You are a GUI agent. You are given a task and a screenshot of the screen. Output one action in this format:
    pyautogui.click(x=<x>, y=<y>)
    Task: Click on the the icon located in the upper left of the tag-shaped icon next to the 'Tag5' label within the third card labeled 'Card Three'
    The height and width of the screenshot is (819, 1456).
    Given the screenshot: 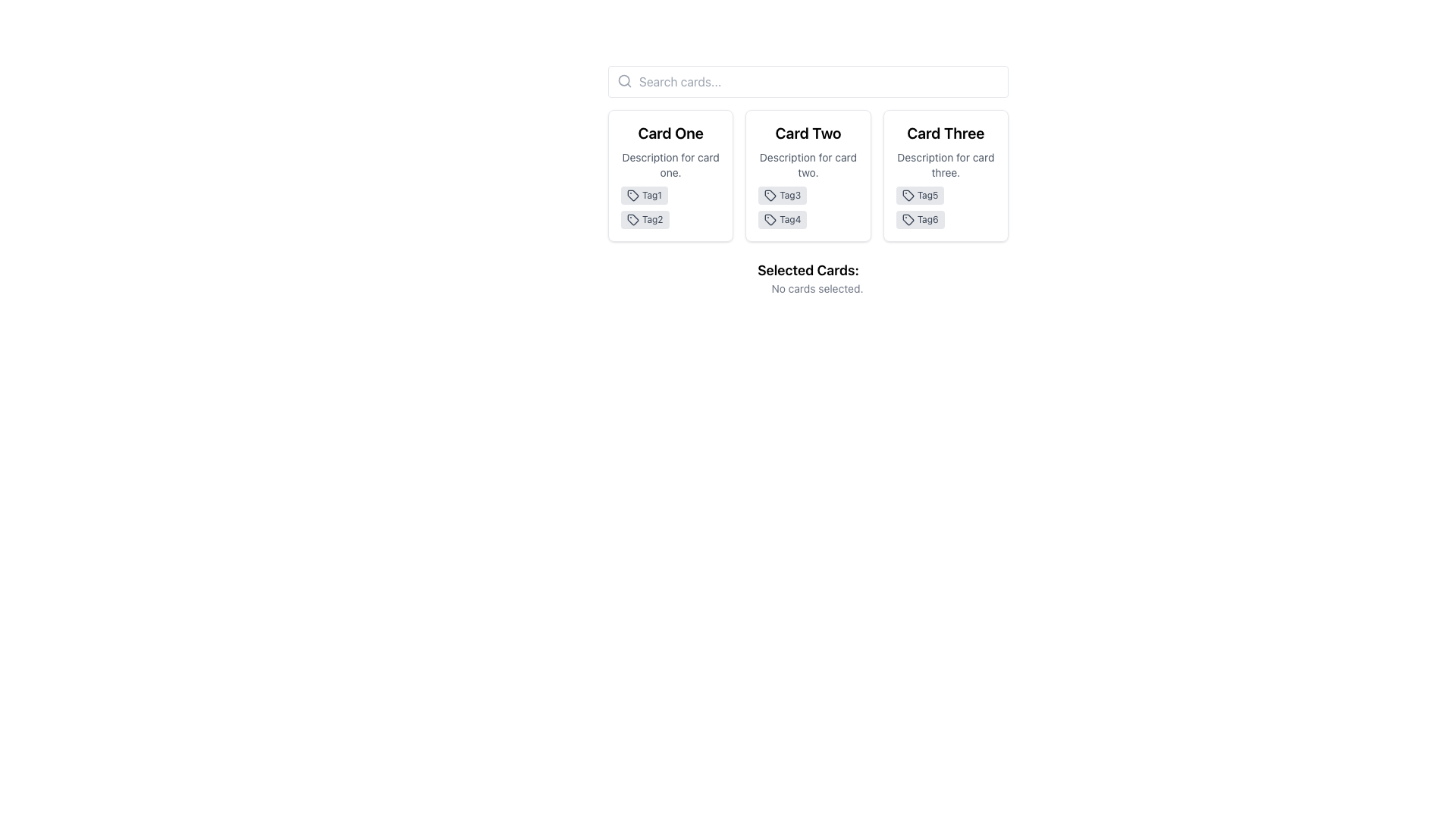 What is the action you would take?
    pyautogui.click(x=908, y=195)
    